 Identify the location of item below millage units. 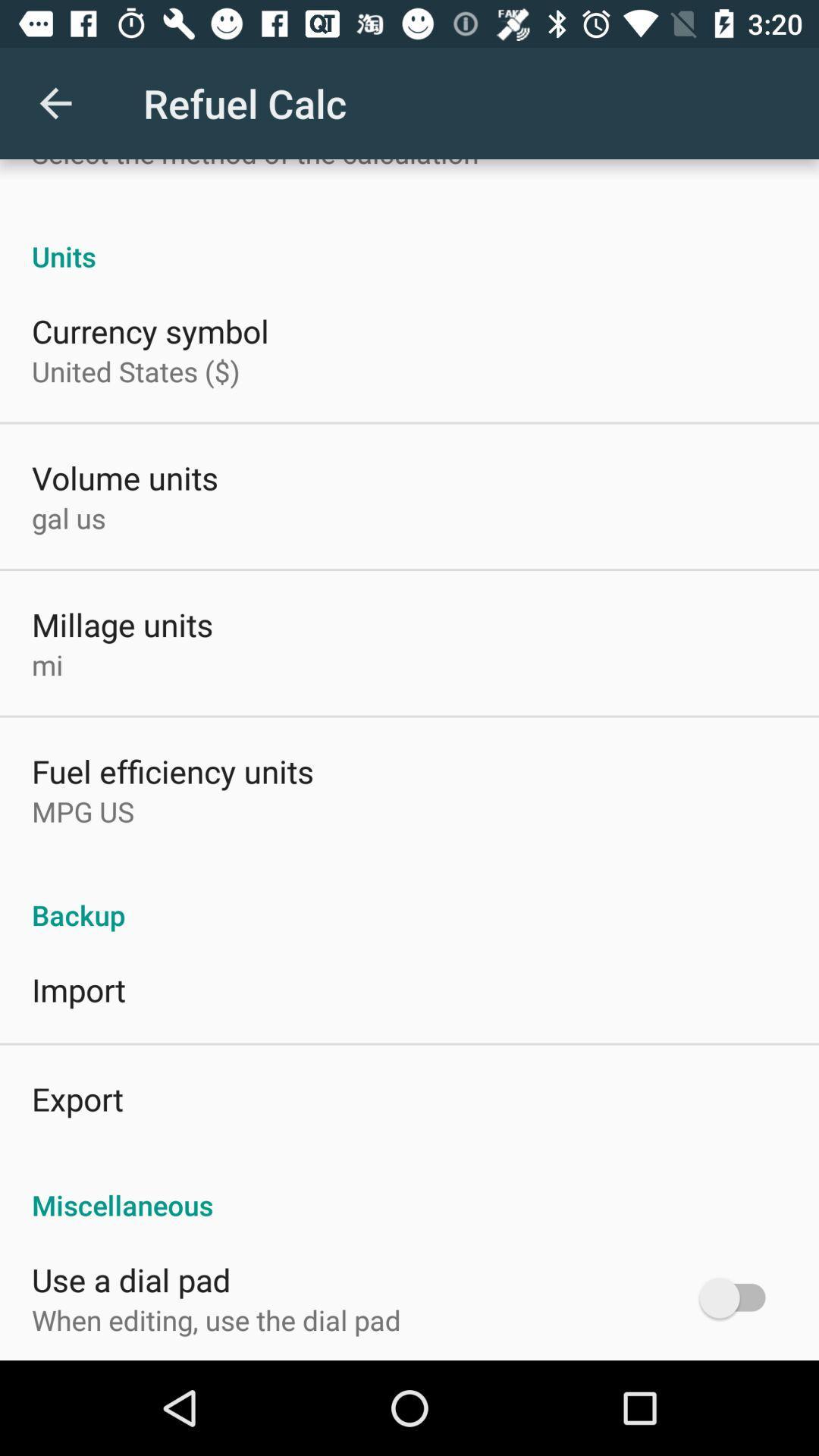
(46, 664).